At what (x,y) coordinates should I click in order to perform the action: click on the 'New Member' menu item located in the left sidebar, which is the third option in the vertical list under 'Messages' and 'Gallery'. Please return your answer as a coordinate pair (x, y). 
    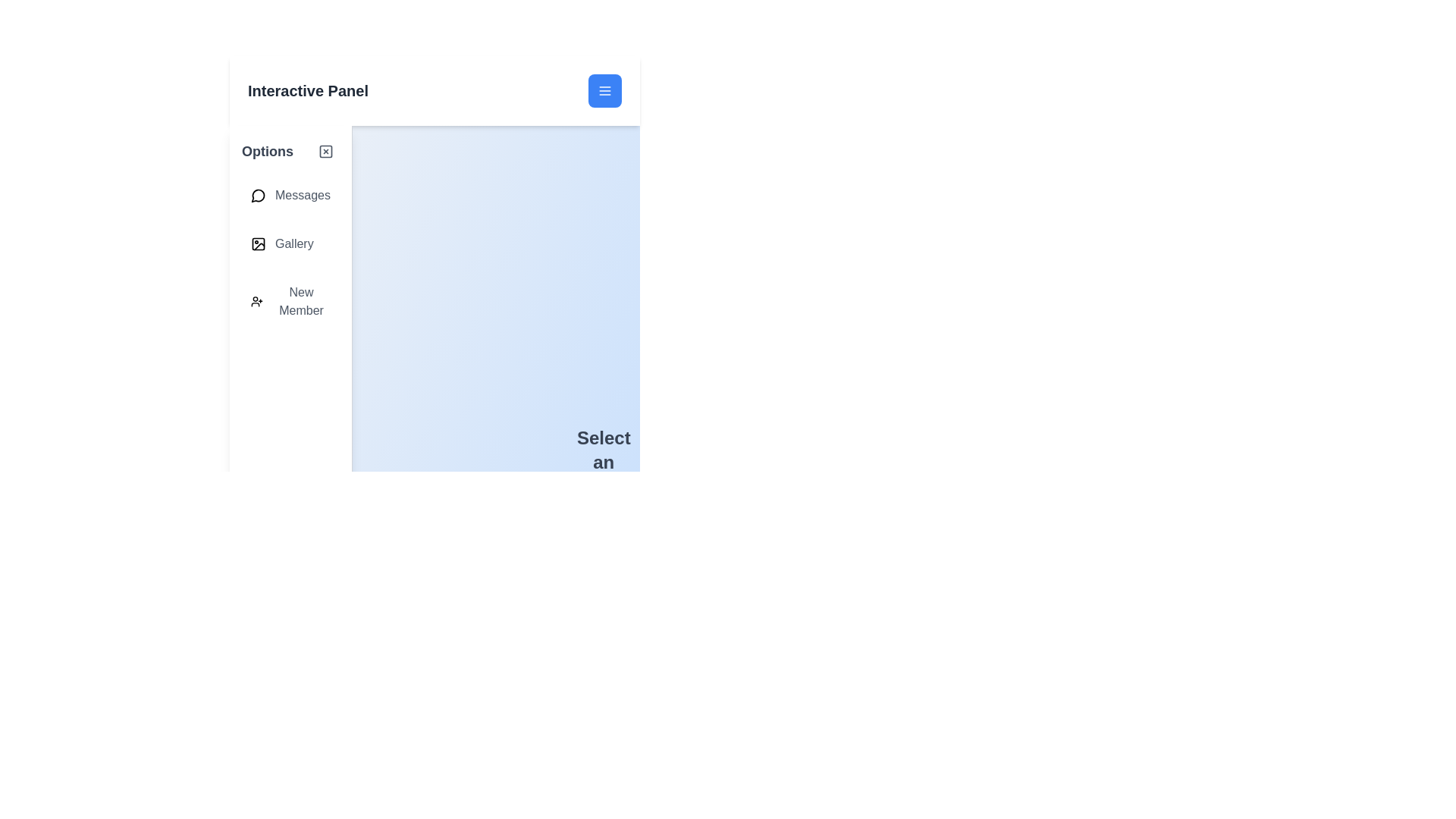
    Looking at the image, I should click on (290, 301).